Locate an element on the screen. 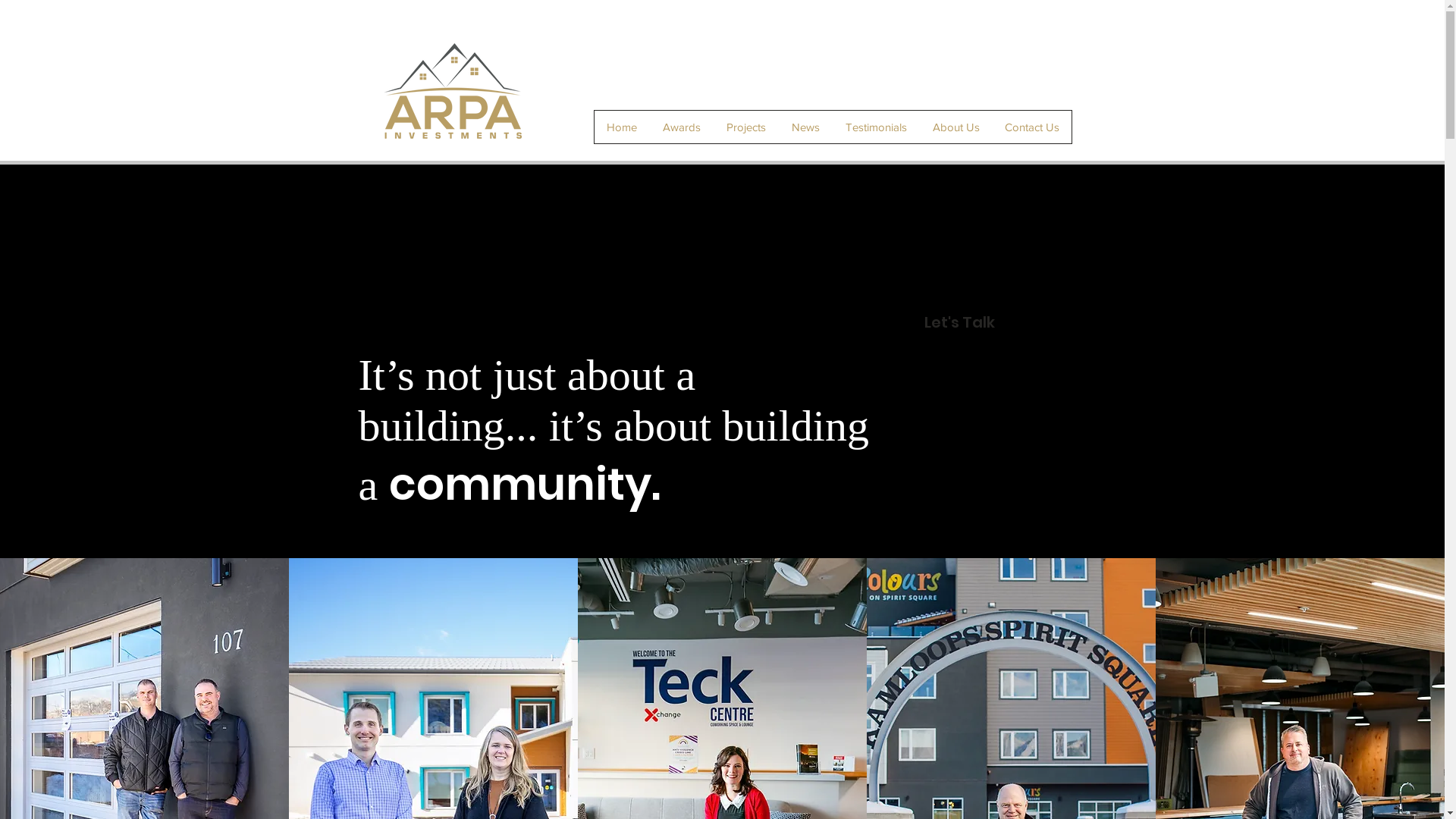 The width and height of the screenshot is (1456, 819). 'Projects' is located at coordinates (745, 126).